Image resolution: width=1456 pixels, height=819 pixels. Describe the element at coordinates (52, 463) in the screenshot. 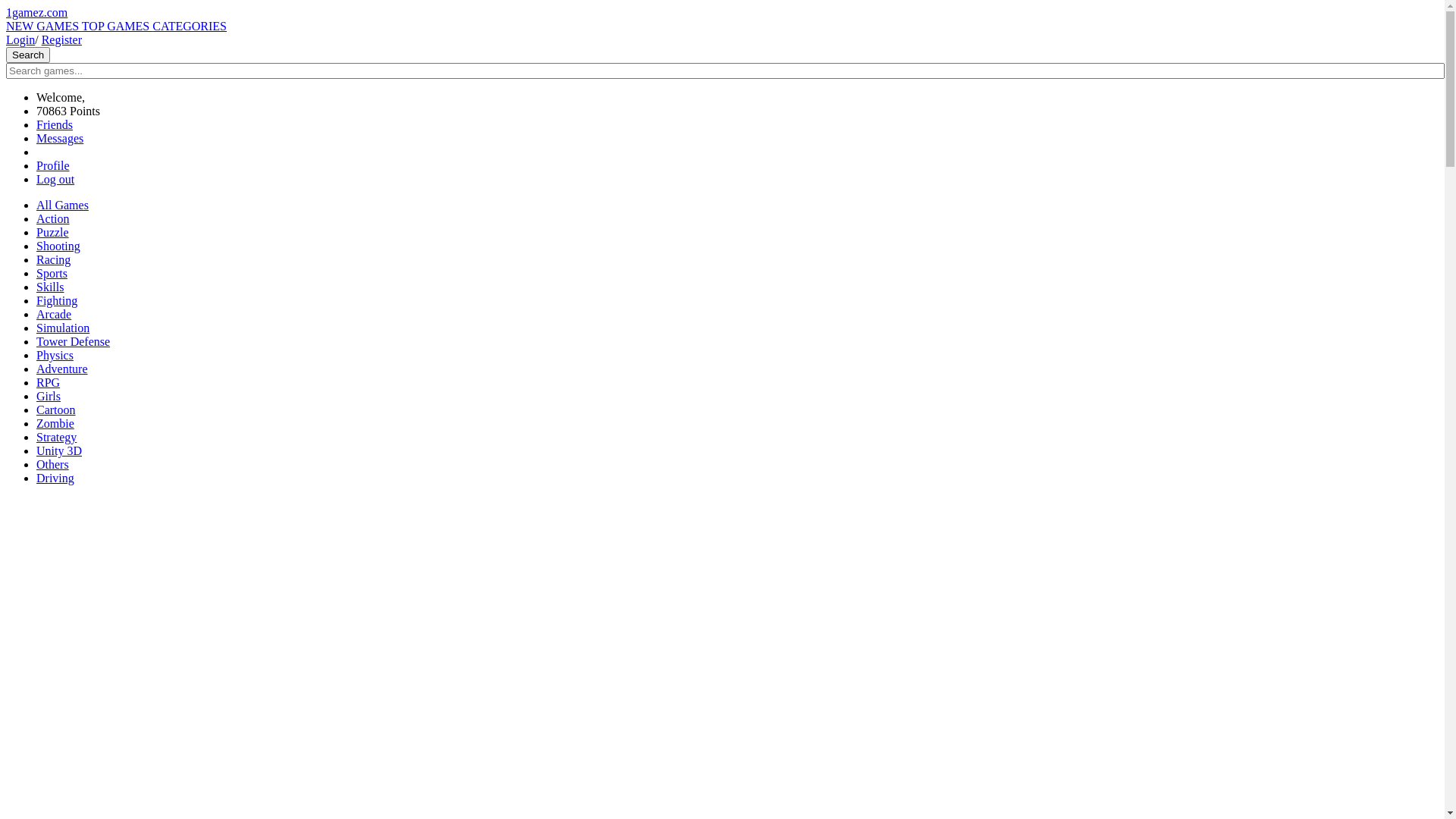

I see `'Others'` at that location.